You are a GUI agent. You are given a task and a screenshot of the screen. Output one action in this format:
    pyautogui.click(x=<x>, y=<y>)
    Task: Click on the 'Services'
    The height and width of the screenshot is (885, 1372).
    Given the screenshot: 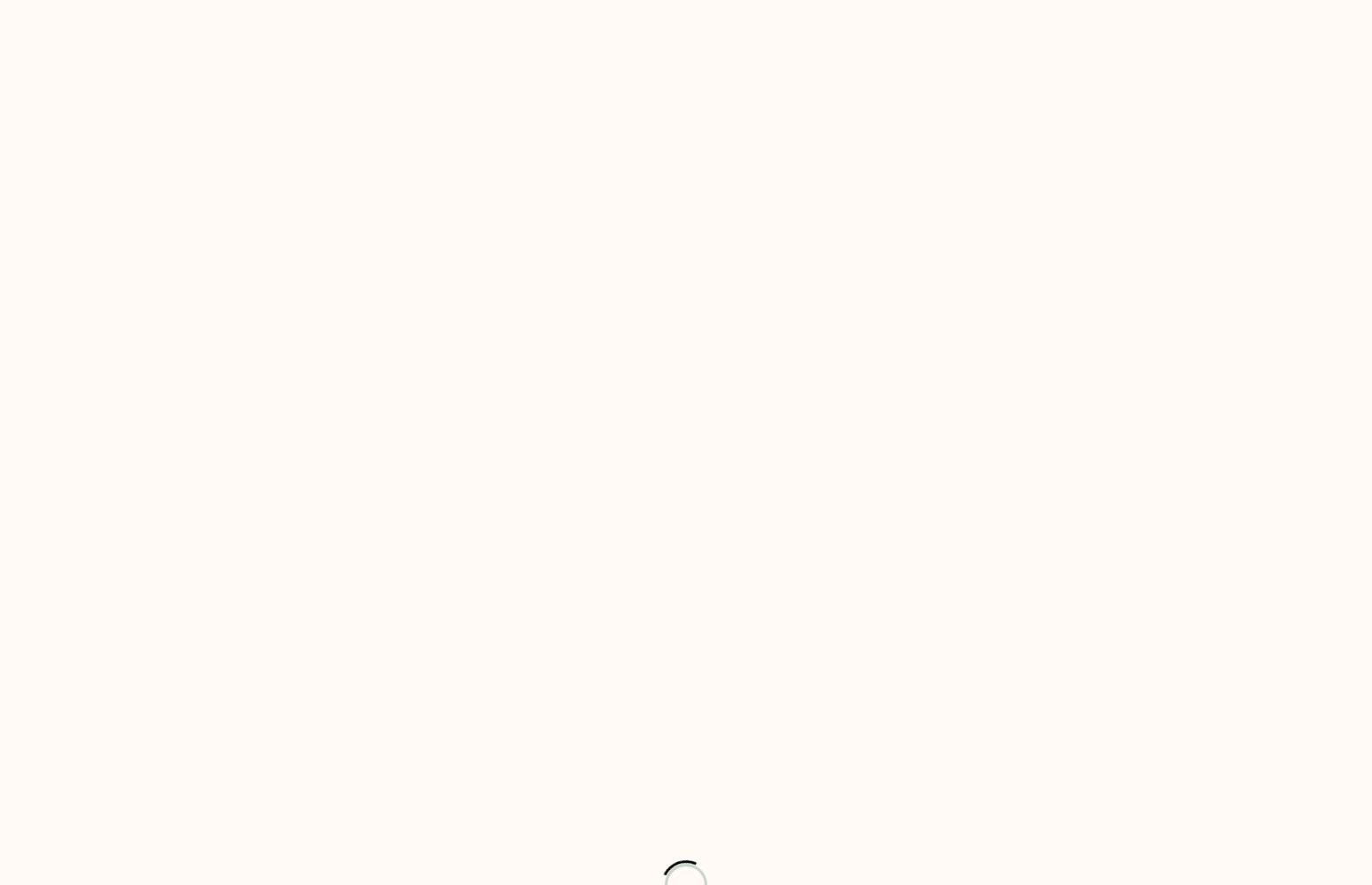 What is the action you would take?
    pyautogui.click(x=616, y=97)
    